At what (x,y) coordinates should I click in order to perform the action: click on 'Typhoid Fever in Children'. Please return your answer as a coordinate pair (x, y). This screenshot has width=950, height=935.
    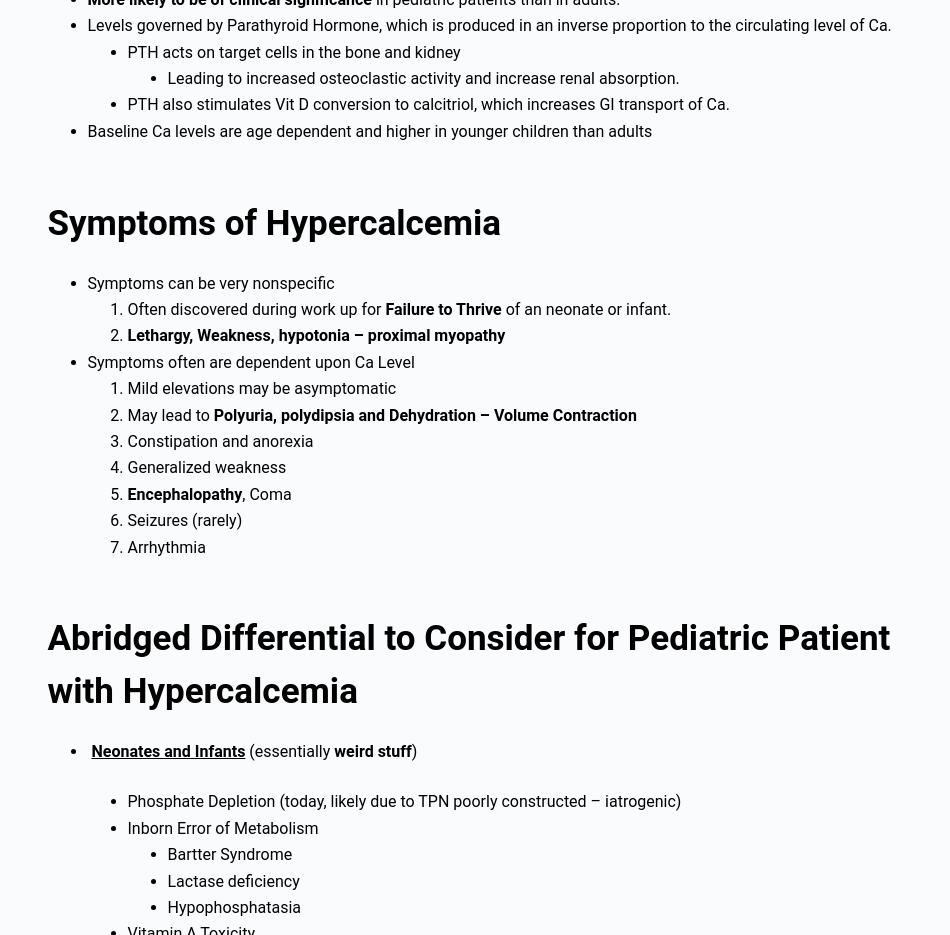
    Looking at the image, I should click on (47, 226).